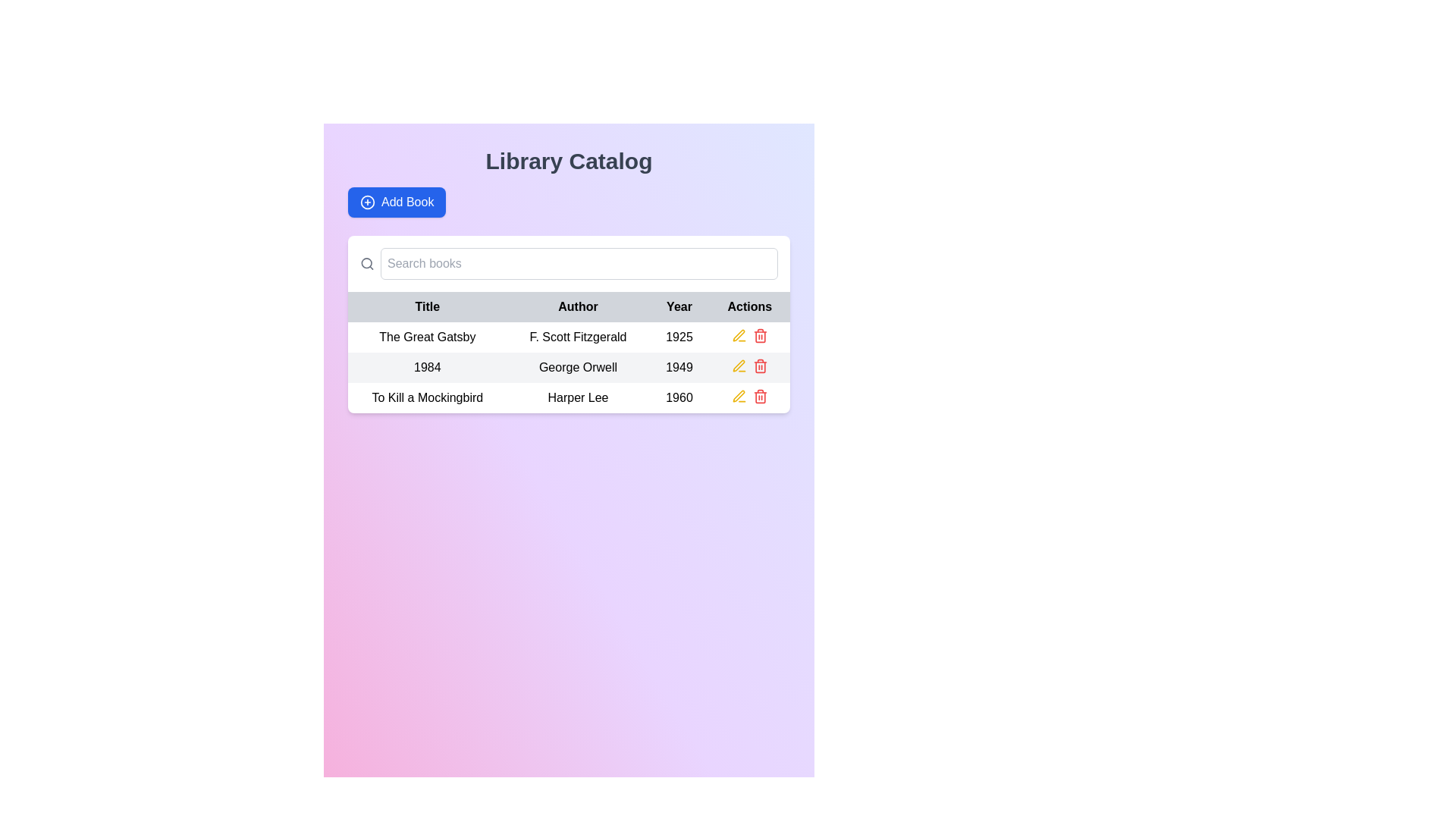  Describe the element at coordinates (749, 335) in the screenshot. I see `the edit button in the Horizontal button group for the entry 'The Great Gatsby' located in the 'Actions' column of the first row` at that location.